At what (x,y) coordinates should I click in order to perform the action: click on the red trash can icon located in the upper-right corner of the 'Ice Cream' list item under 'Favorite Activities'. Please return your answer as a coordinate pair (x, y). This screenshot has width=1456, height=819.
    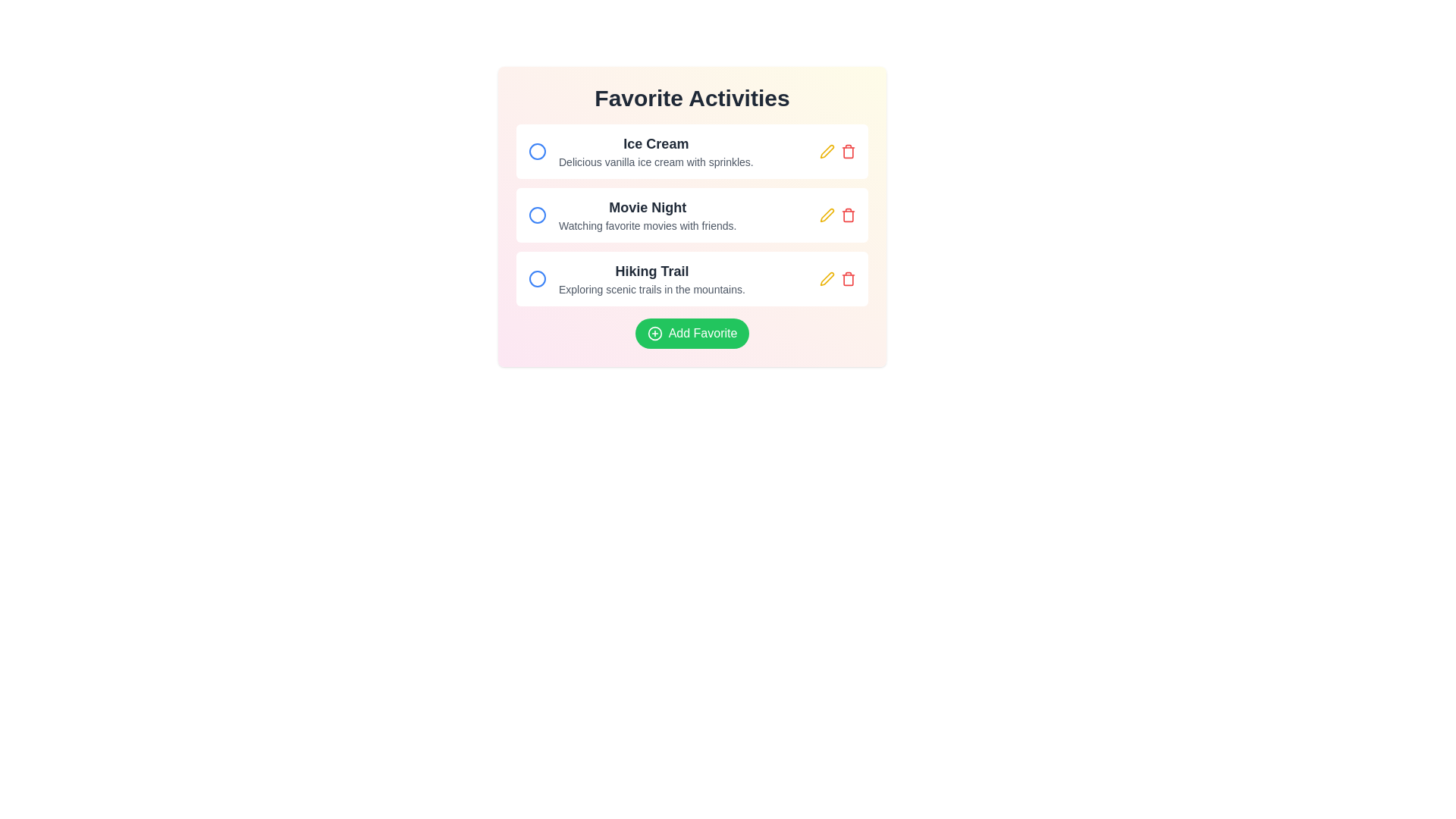
    Looking at the image, I should click on (847, 152).